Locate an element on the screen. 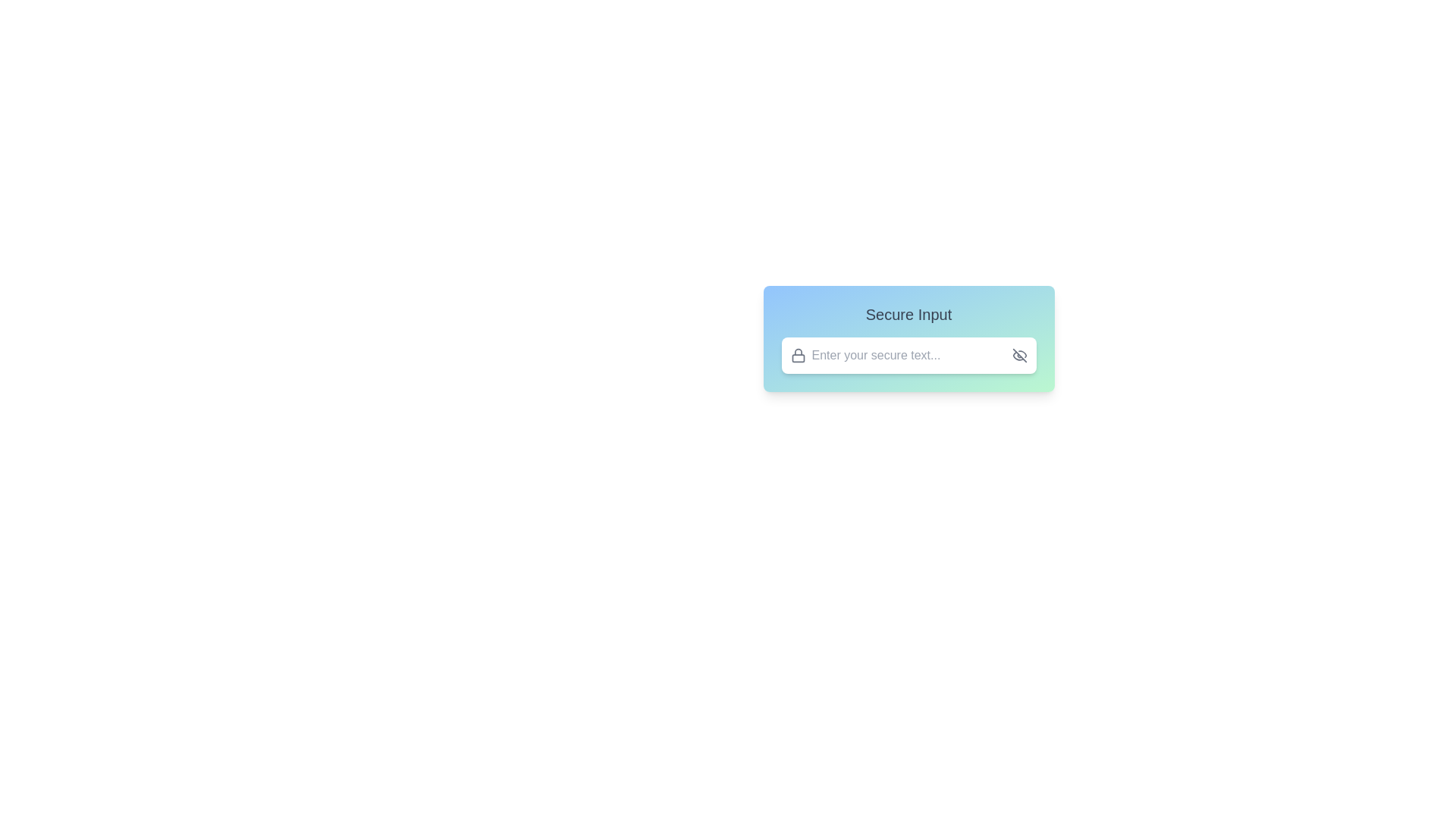  the lock-shaped icon with a thin, rounded outline located to the left of the password input field in the upper-left segment of the text entry box is located at coordinates (797, 356).